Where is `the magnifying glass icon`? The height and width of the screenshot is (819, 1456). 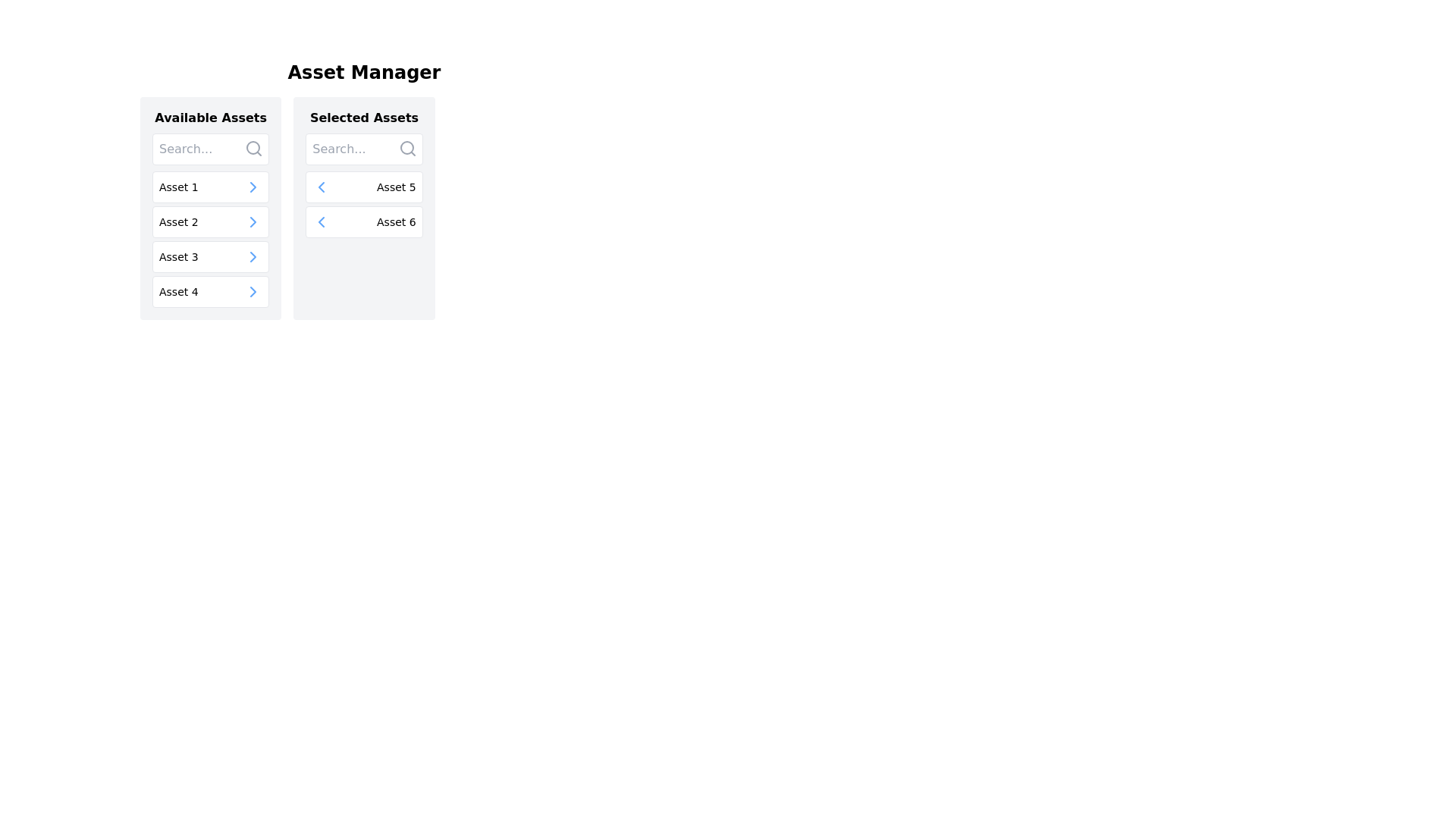
the magnifying glass icon is located at coordinates (254, 149).